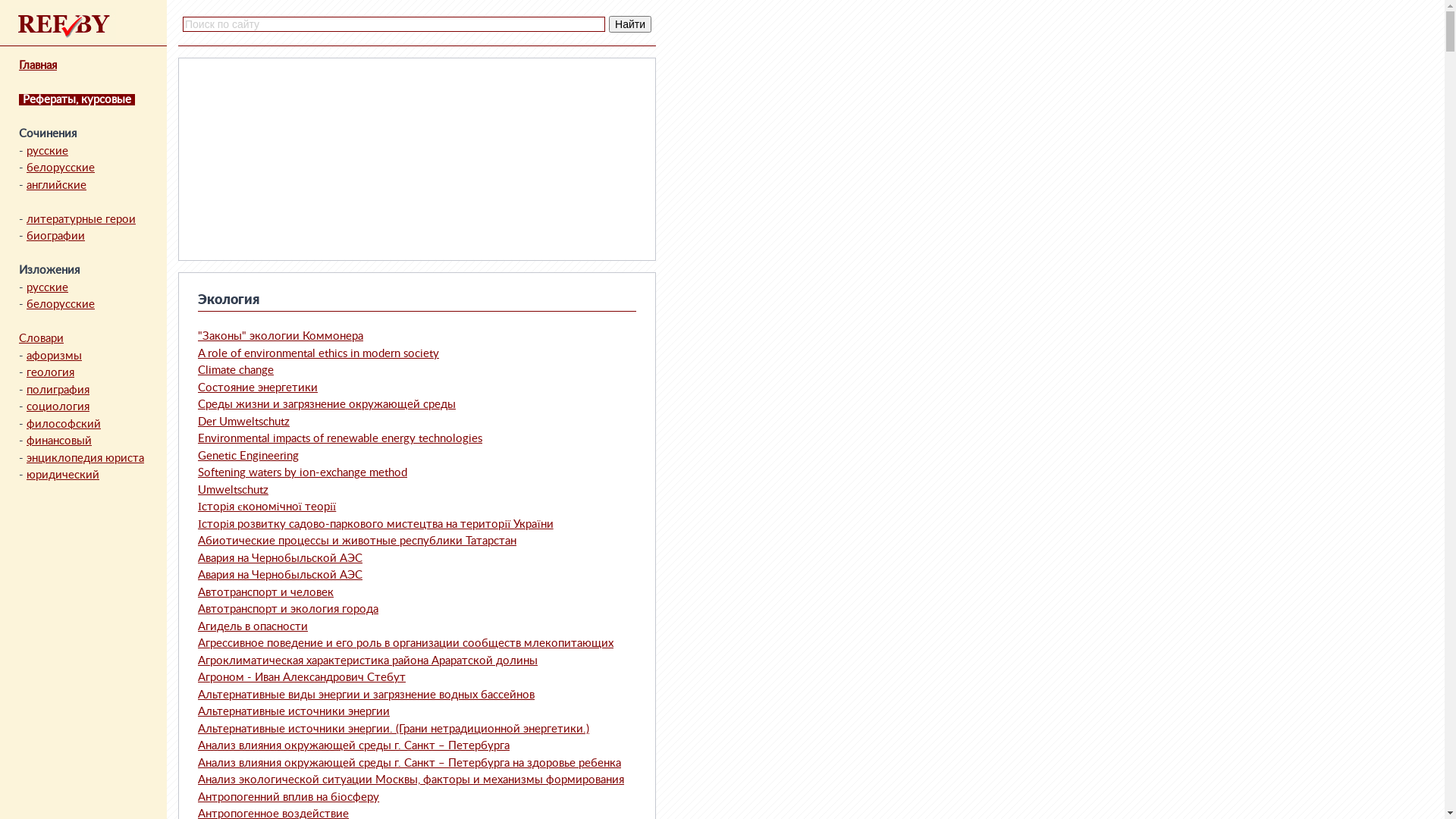 This screenshot has width=1456, height=819. I want to click on 'Softening waters by ion-exchange method', so click(196, 472).